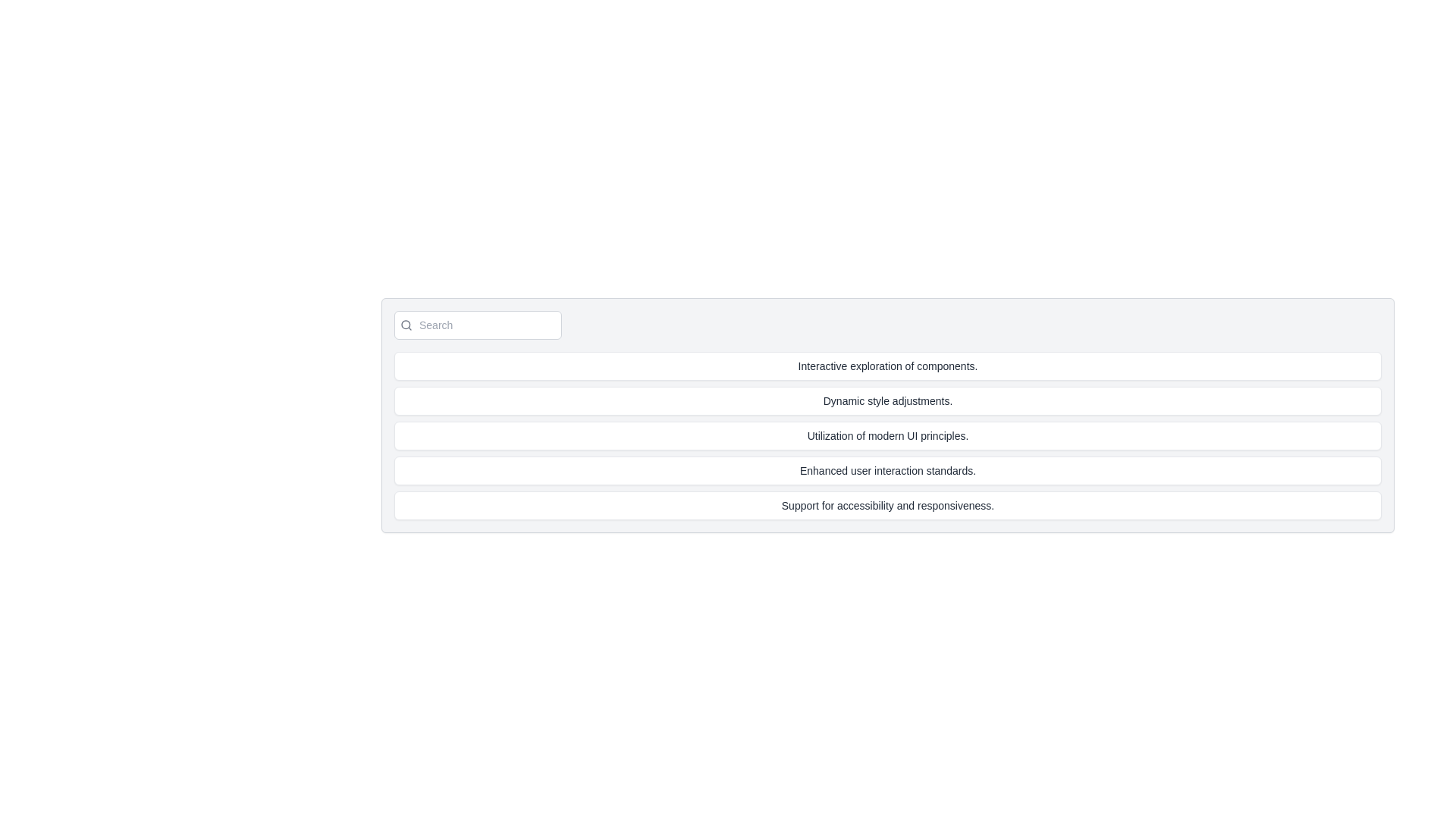  Describe the element at coordinates (827, 435) in the screenshot. I see `the sixth character of the word 'Utilization' in the phrase 'Utilization of modern UI principles' located in the third row of a vertically arranged list` at that location.